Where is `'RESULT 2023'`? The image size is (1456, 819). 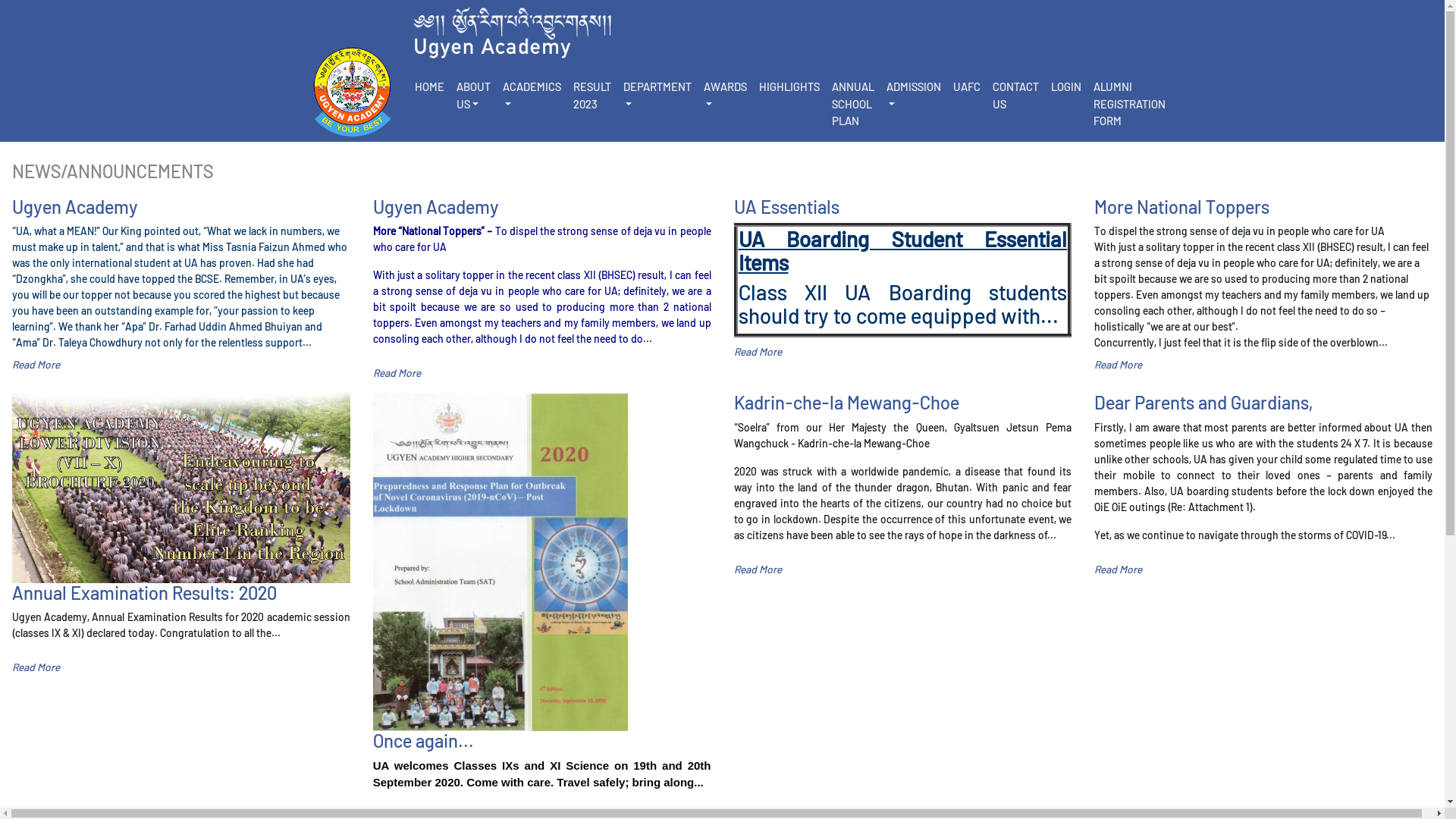 'RESULT 2023' is located at coordinates (591, 95).